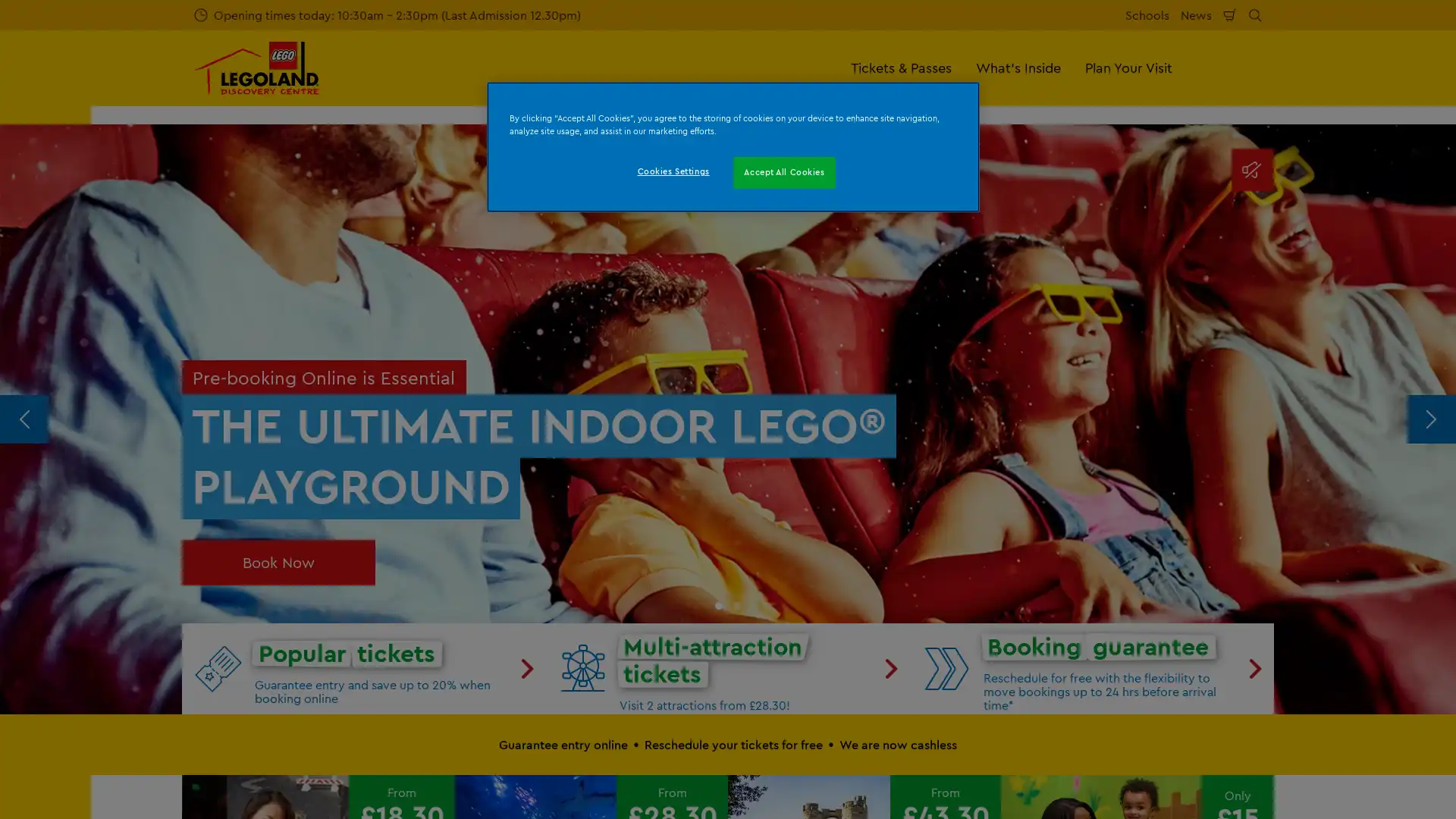 Image resolution: width=1456 pixels, height=819 pixels. Describe the element at coordinates (1255, 14) in the screenshot. I see `Search` at that location.